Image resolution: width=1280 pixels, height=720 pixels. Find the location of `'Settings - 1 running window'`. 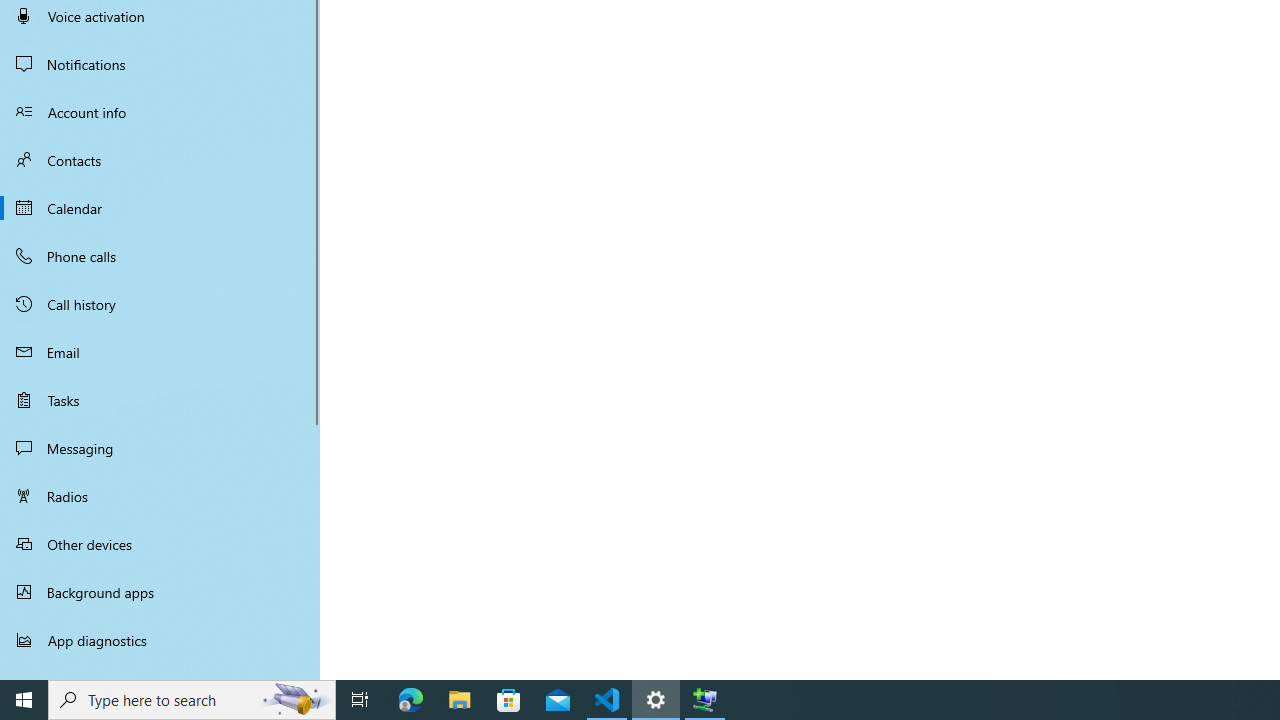

'Settings - 1 running window' is located at coordinates (656, 698).